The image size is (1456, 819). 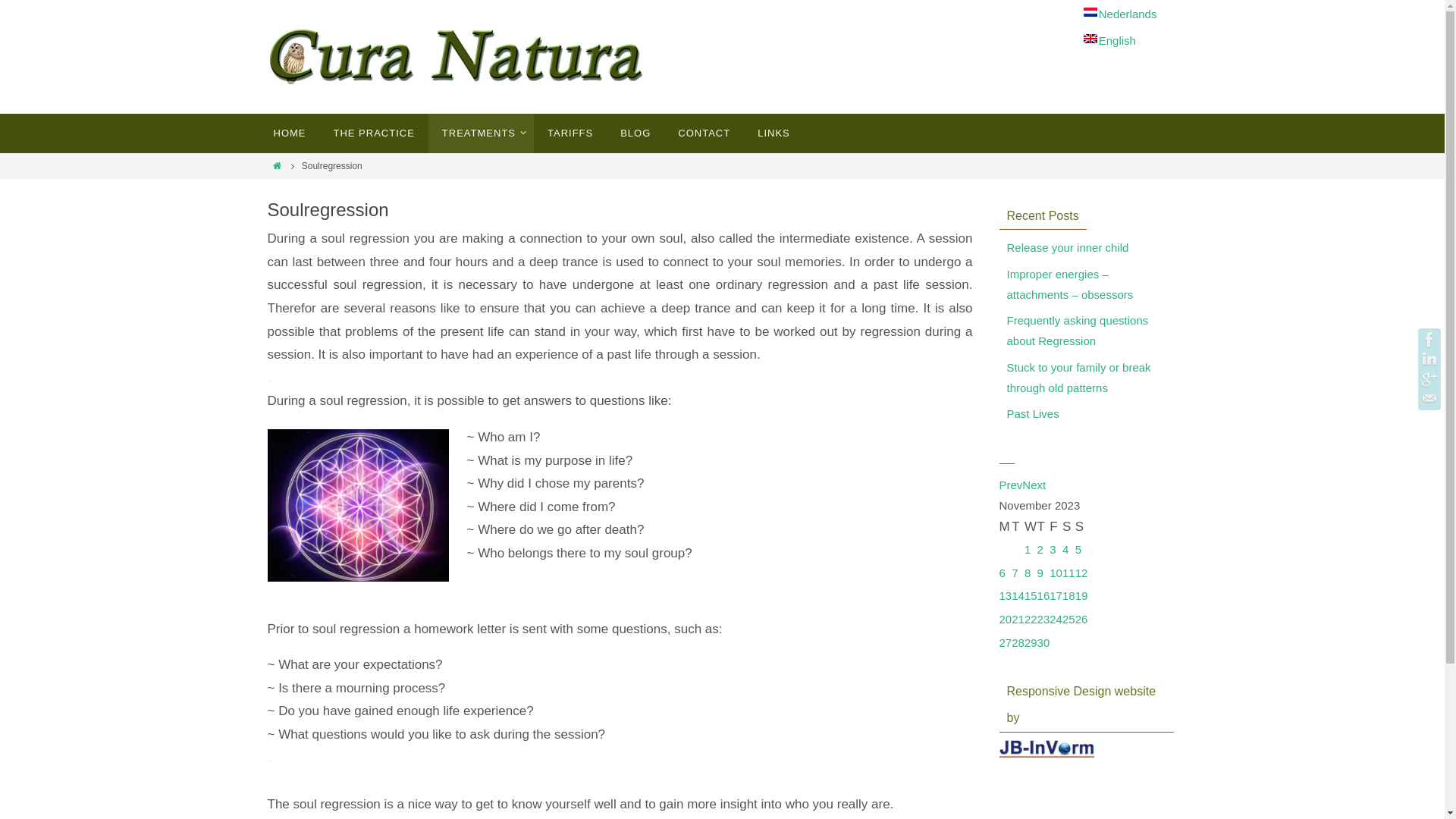 What do you see at coordinates (1417, 397) in the screenshot?
I see `'E-mail'` at bounding box center [1417, 397].